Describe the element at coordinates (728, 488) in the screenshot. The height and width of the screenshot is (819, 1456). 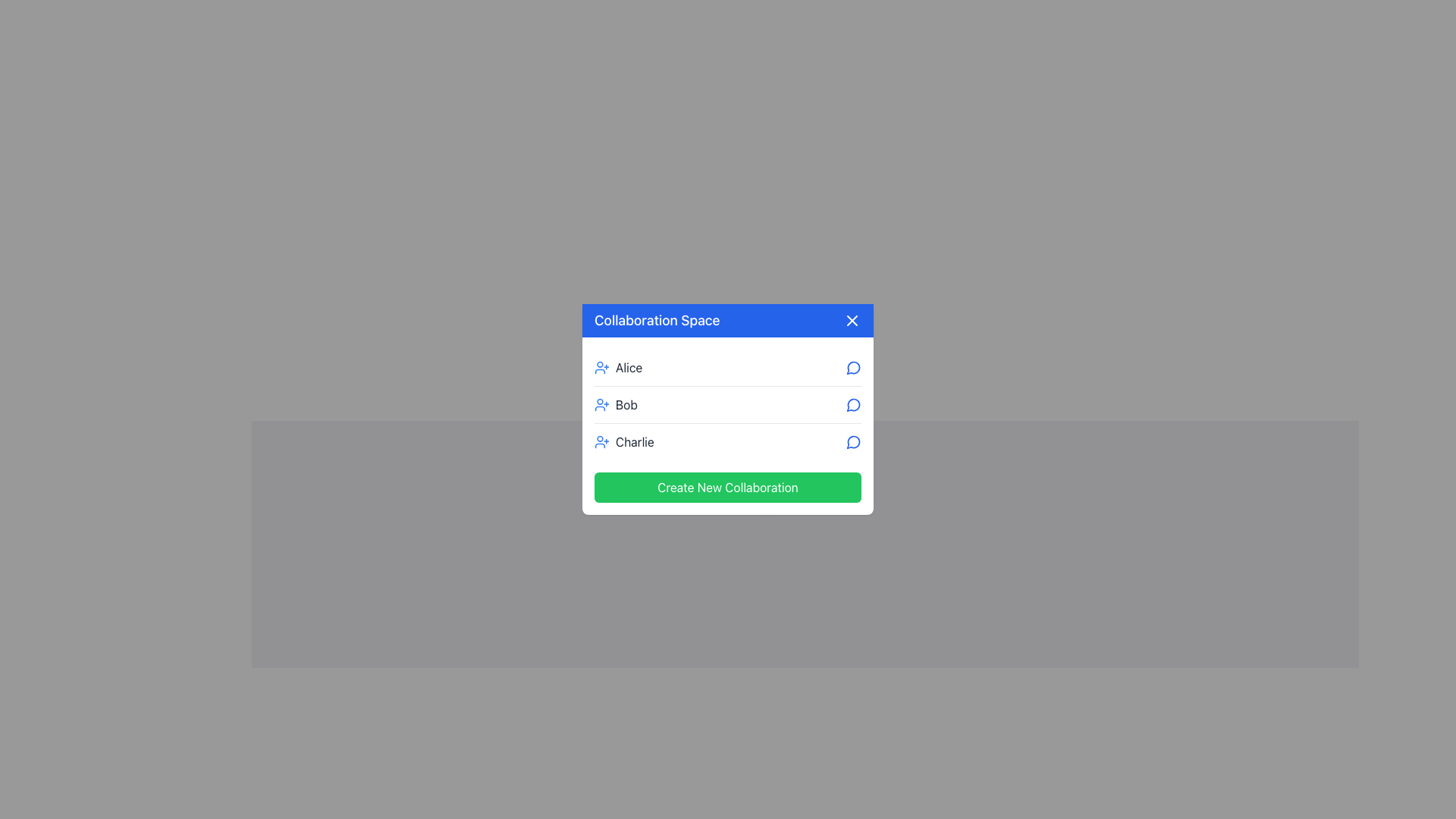
I see `the 'Create New Collaboration' button, which is a green rectangular button with rounded corners located at the bottom of the 'Collaboration Space' modal window` at that location.